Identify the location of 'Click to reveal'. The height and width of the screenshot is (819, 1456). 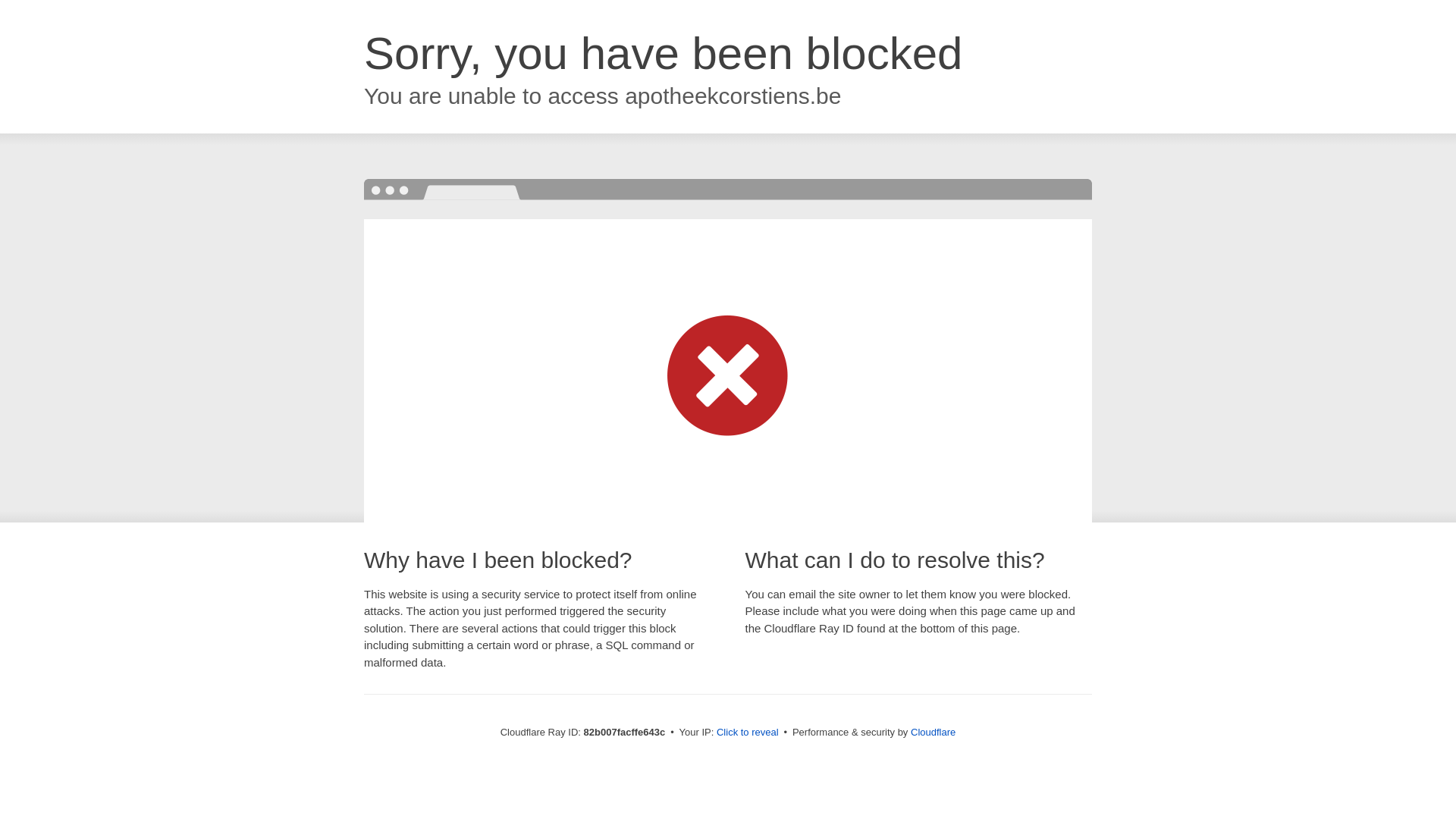
(747, 731).